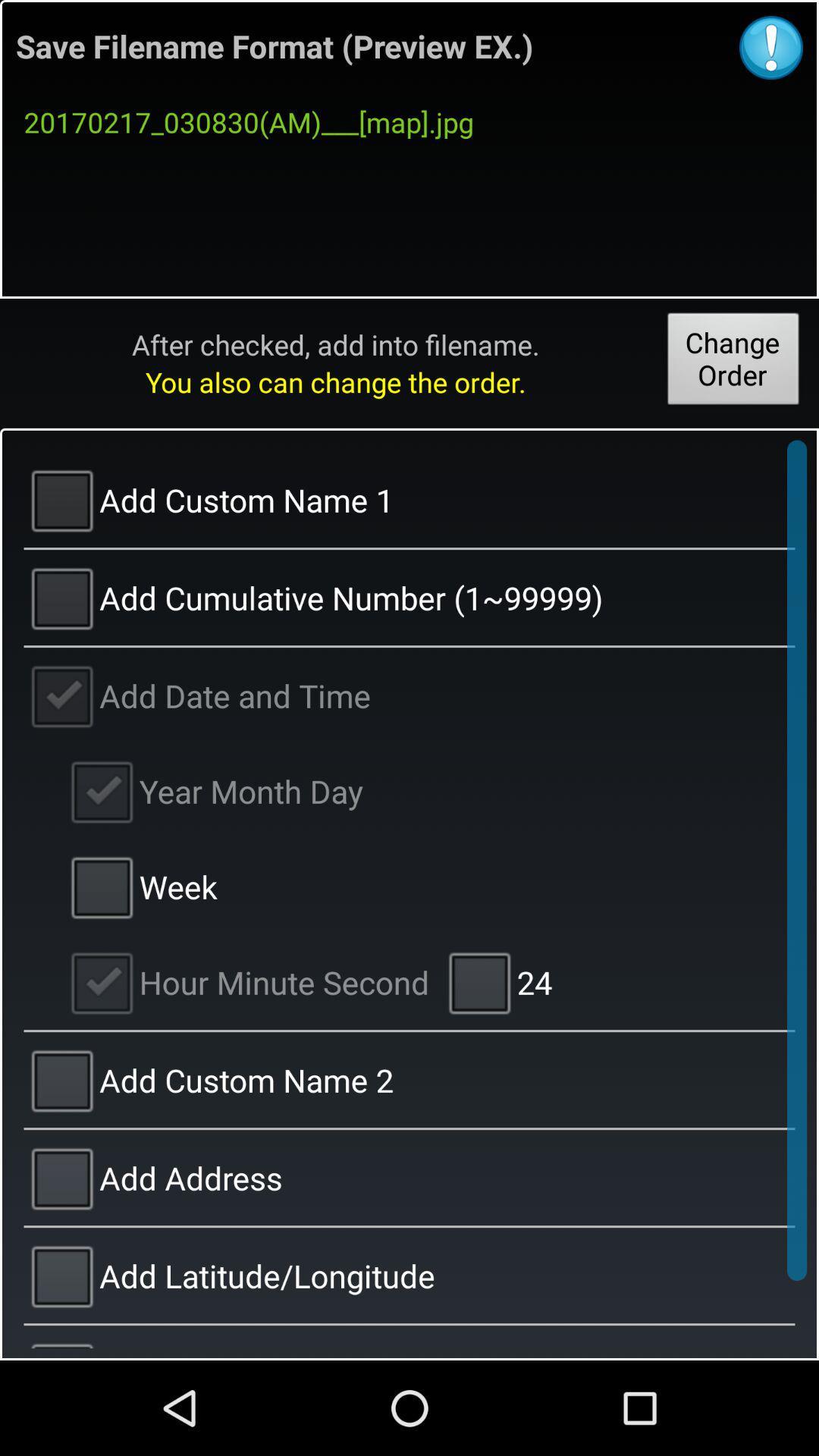 The width and height of the screenshot is (819, 1456). I want to click on the text below add custom name 1, so click(409, 596).